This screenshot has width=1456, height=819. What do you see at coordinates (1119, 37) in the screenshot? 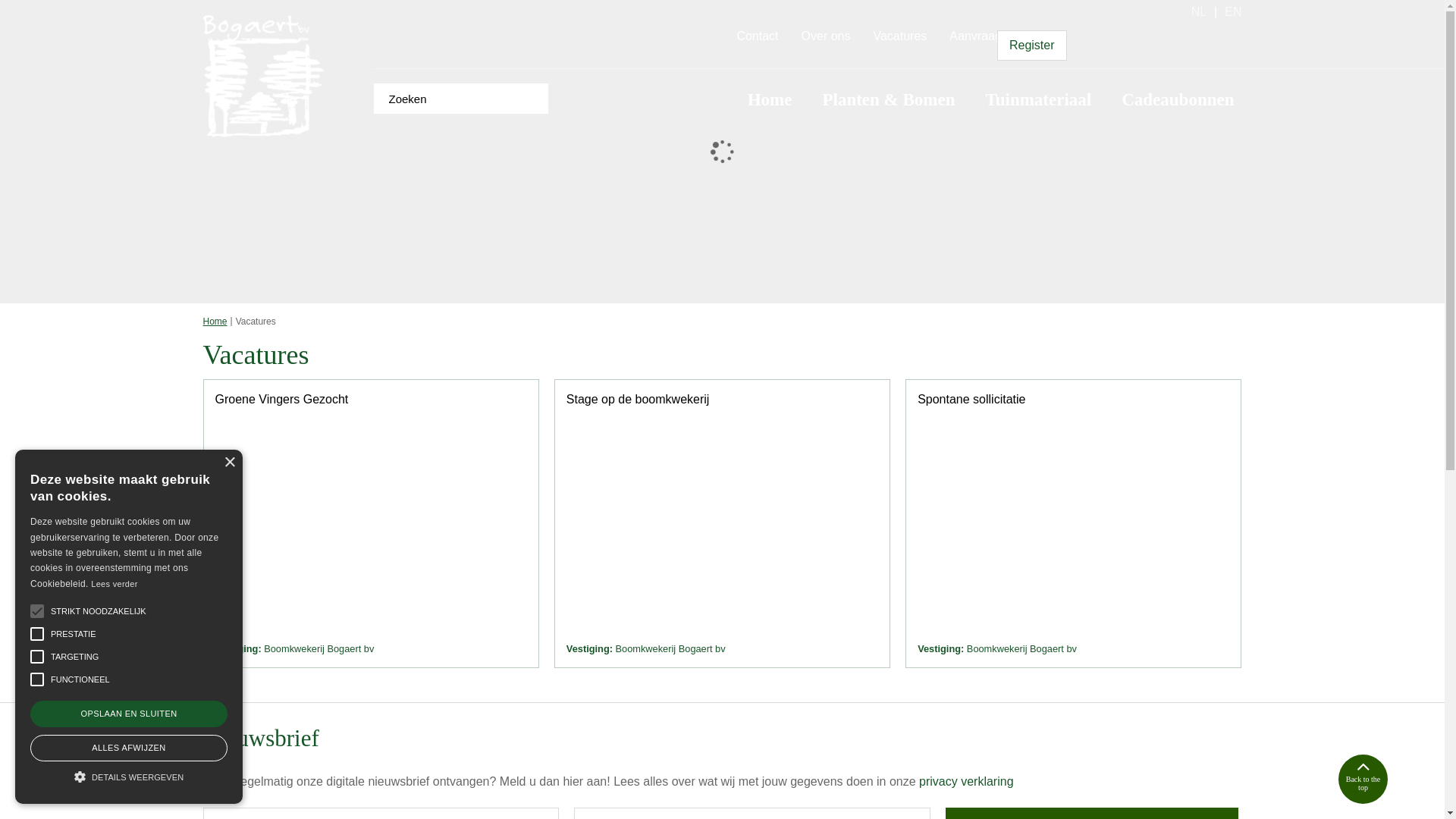
I see `'Ga naar je wensenlijst'` at bounding box center [1119, 37].